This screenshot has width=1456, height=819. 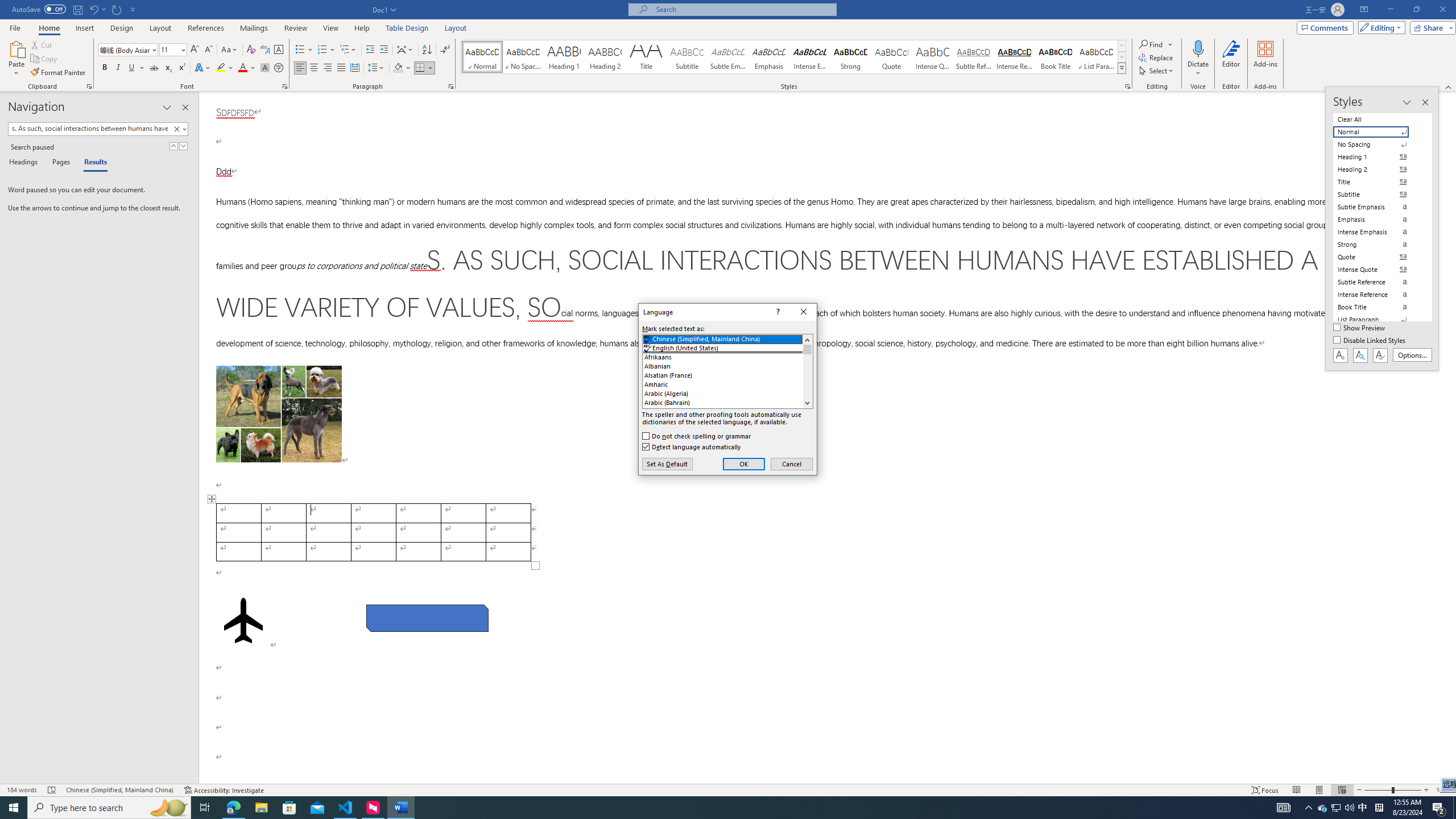 What do you see at coordinates (1378, 144) in the screenshot?
I see `'No Spacing'` at bounding box center [1378, 144].